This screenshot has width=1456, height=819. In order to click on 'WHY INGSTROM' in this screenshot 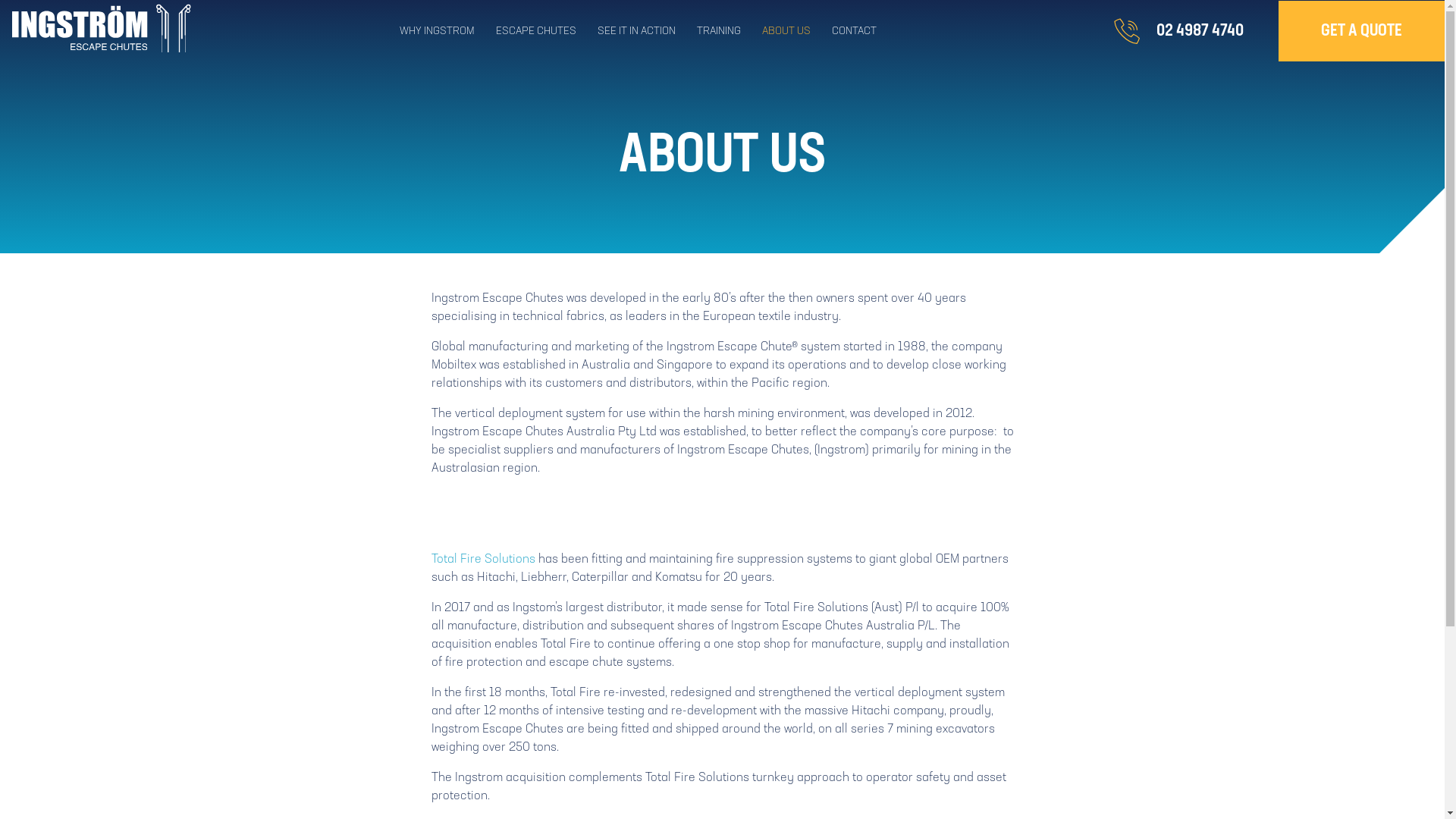, I will do `click(447, 31)`.